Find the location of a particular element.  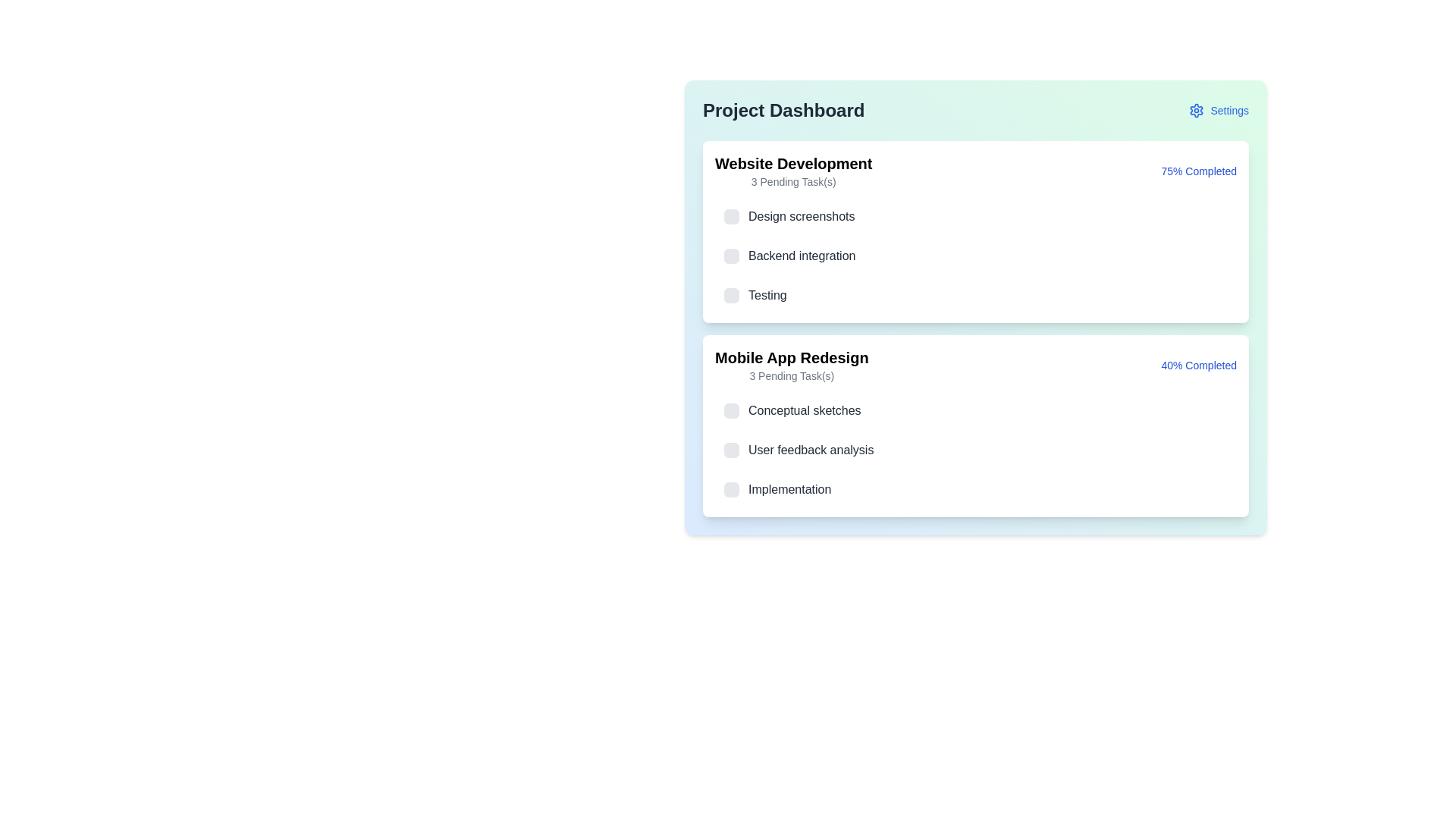

the small square checkbox with rounded corners and a light gray background located within the project task card for 'Mobile App Redesign' is located at coordinates (731, 411).